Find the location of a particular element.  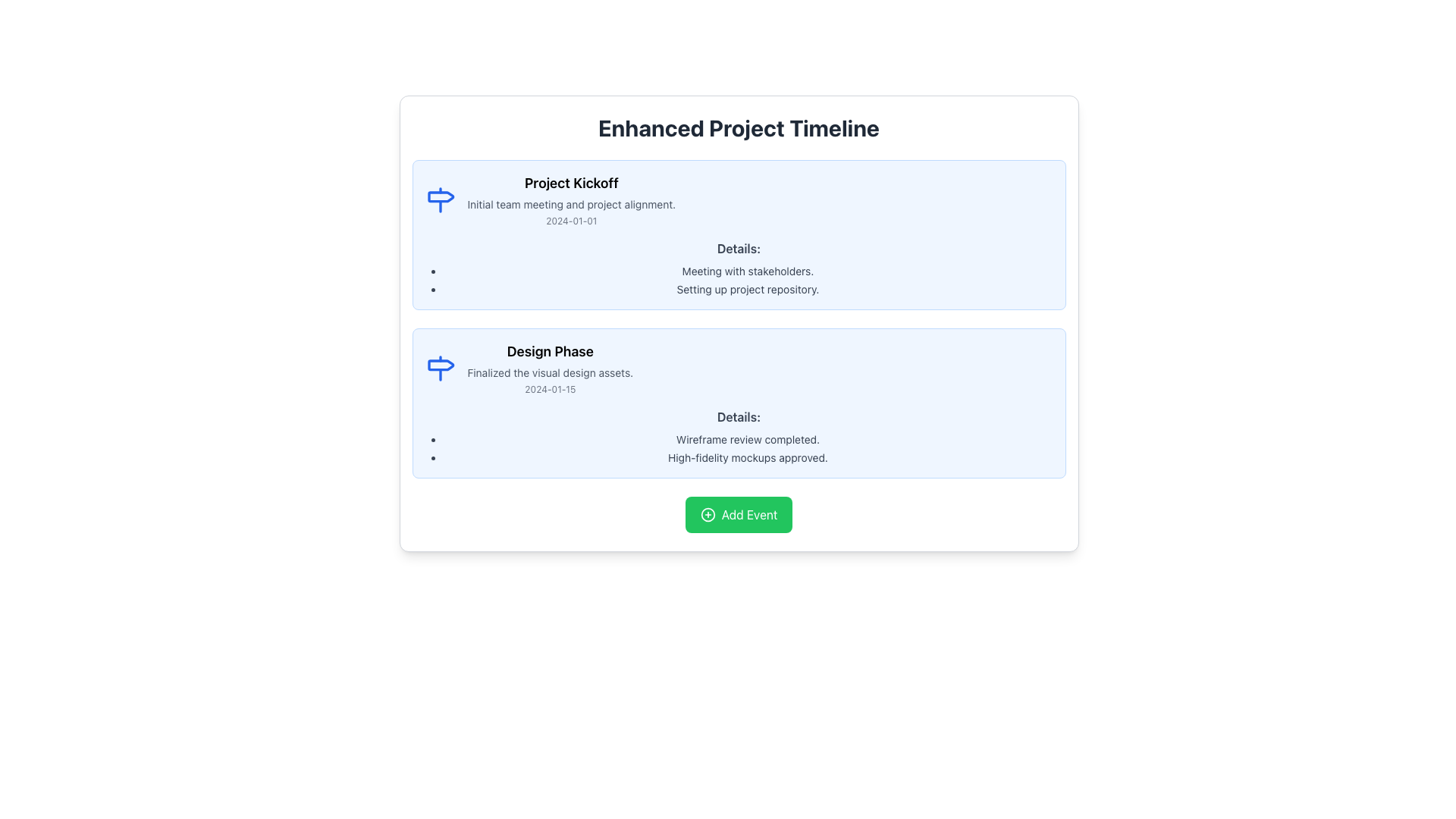

the textual section that provides specifications or progress updates related to the 'Design Phase' of the project timeline, located below the 'Finalized the visual design assets.' text is located at coordinates (739, 436).